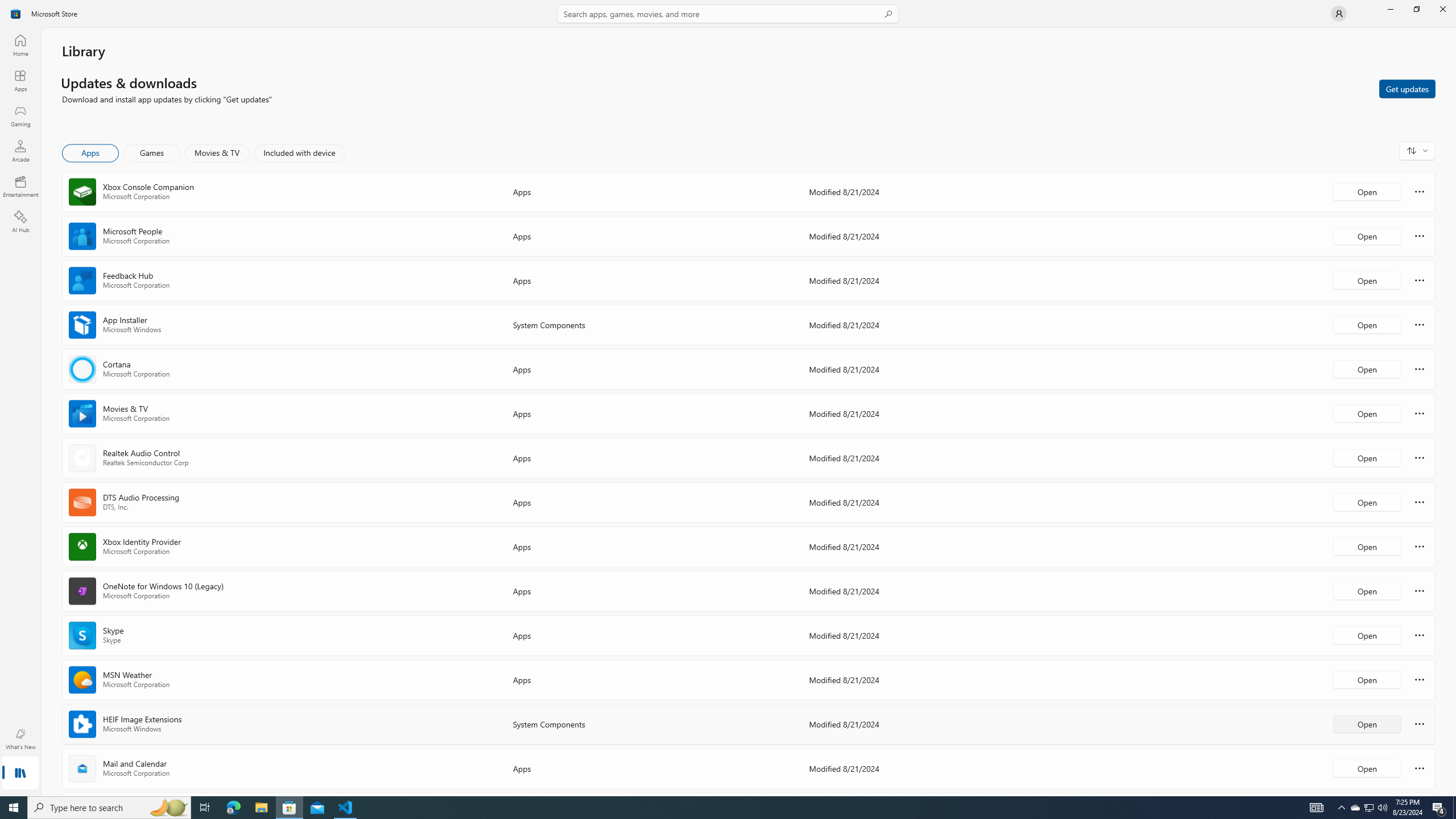 The height and width of the screenshot is (819, 1456). I want to click on 'Sort and filter', so click(1417, 150).